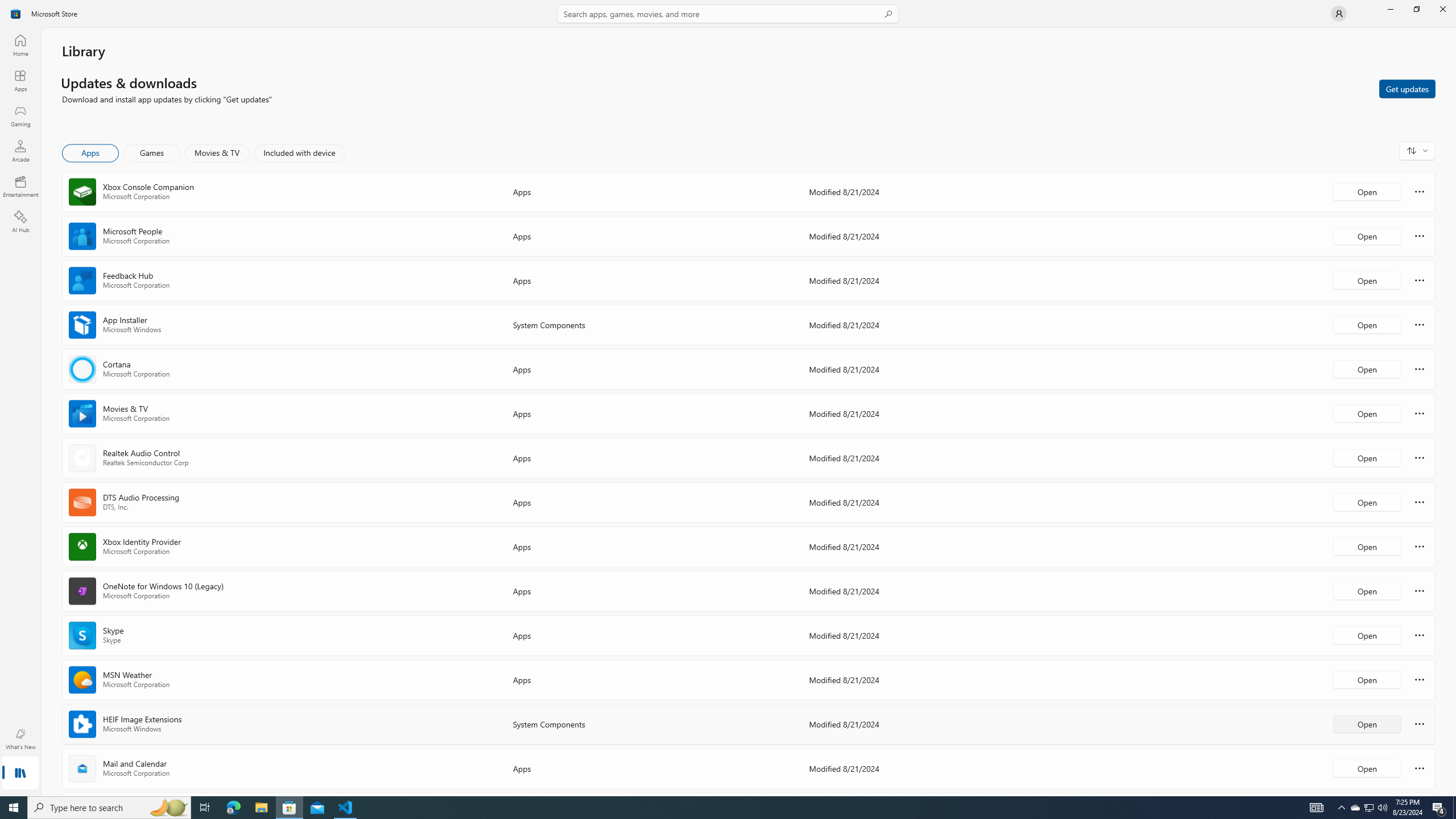 The height and width of the screenshot is (819, 1456). I want to click on 'Sort and filter', so click(1417, 150).